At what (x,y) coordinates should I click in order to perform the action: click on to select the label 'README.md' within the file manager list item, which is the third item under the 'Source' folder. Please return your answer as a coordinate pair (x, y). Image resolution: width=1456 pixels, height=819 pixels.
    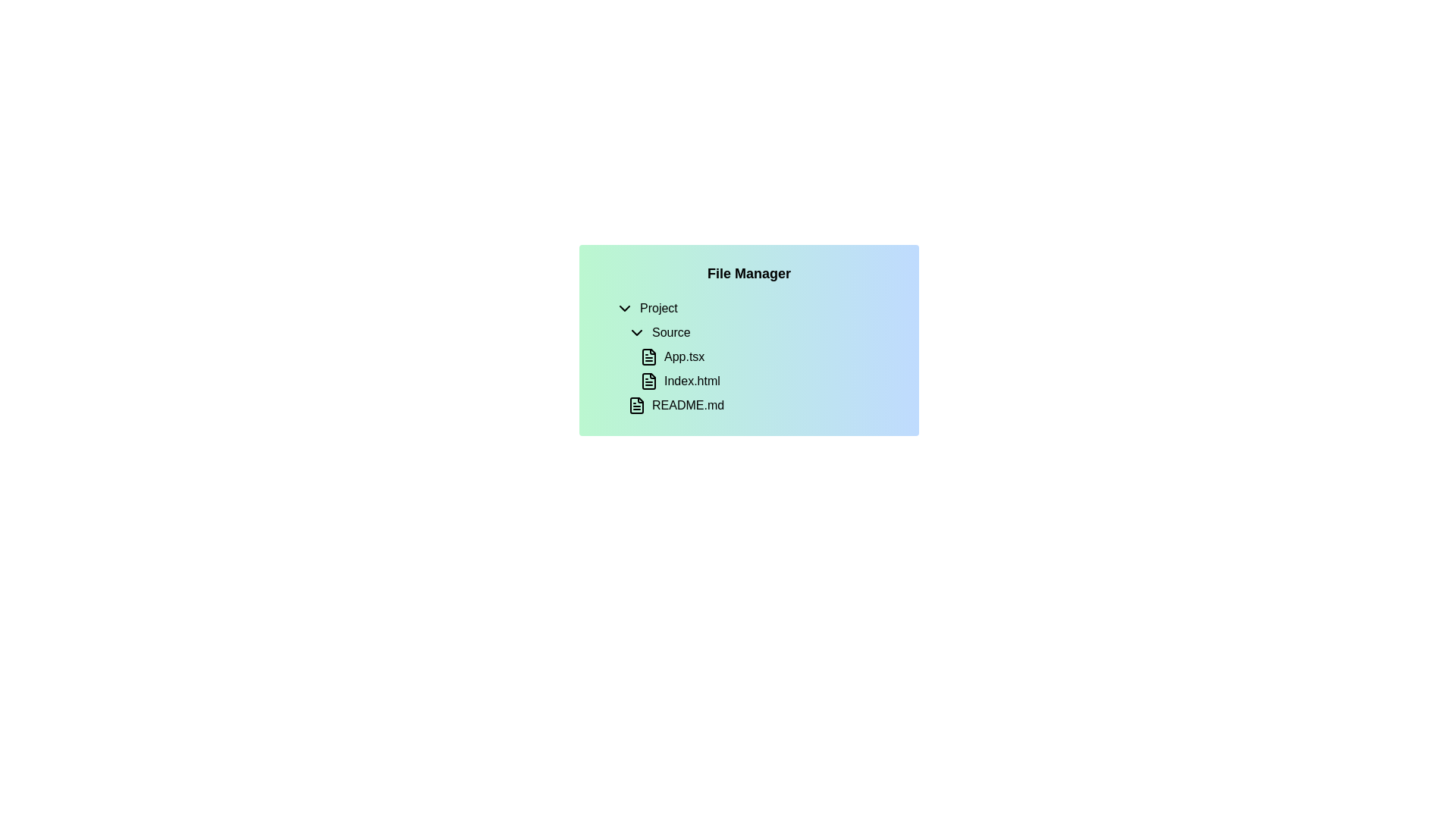
    Looking at the image, I should click on (687, 405).